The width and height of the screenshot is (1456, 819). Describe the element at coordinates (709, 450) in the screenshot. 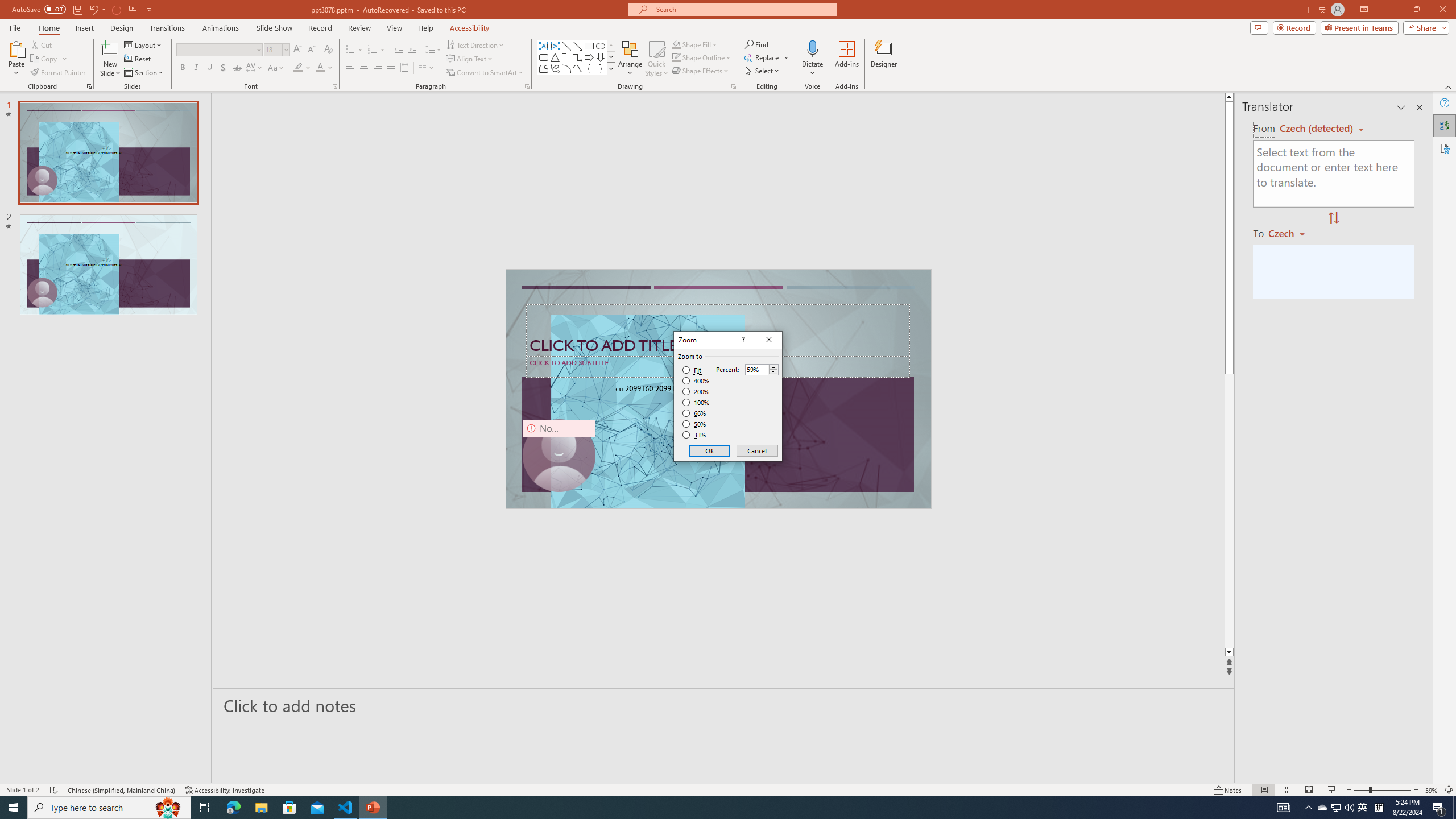

I see `'OK'` at that location.